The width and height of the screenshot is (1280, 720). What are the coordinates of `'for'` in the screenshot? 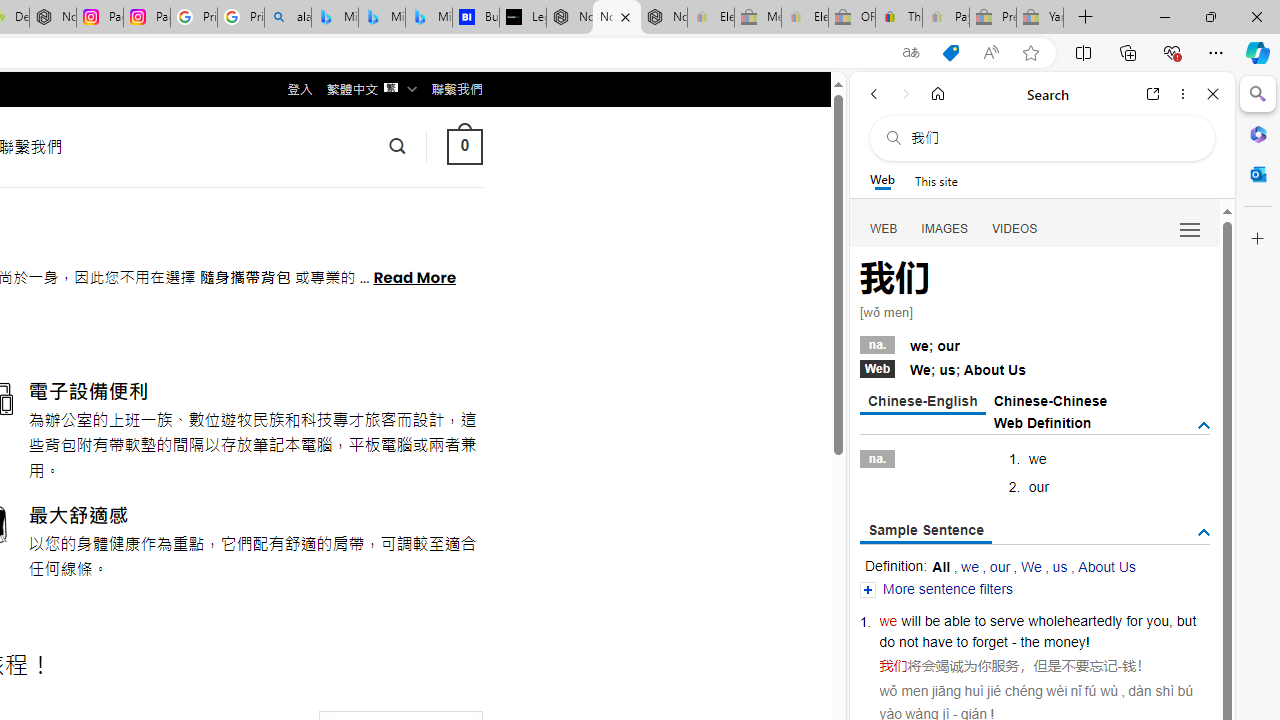 It's located at (1134, 620).